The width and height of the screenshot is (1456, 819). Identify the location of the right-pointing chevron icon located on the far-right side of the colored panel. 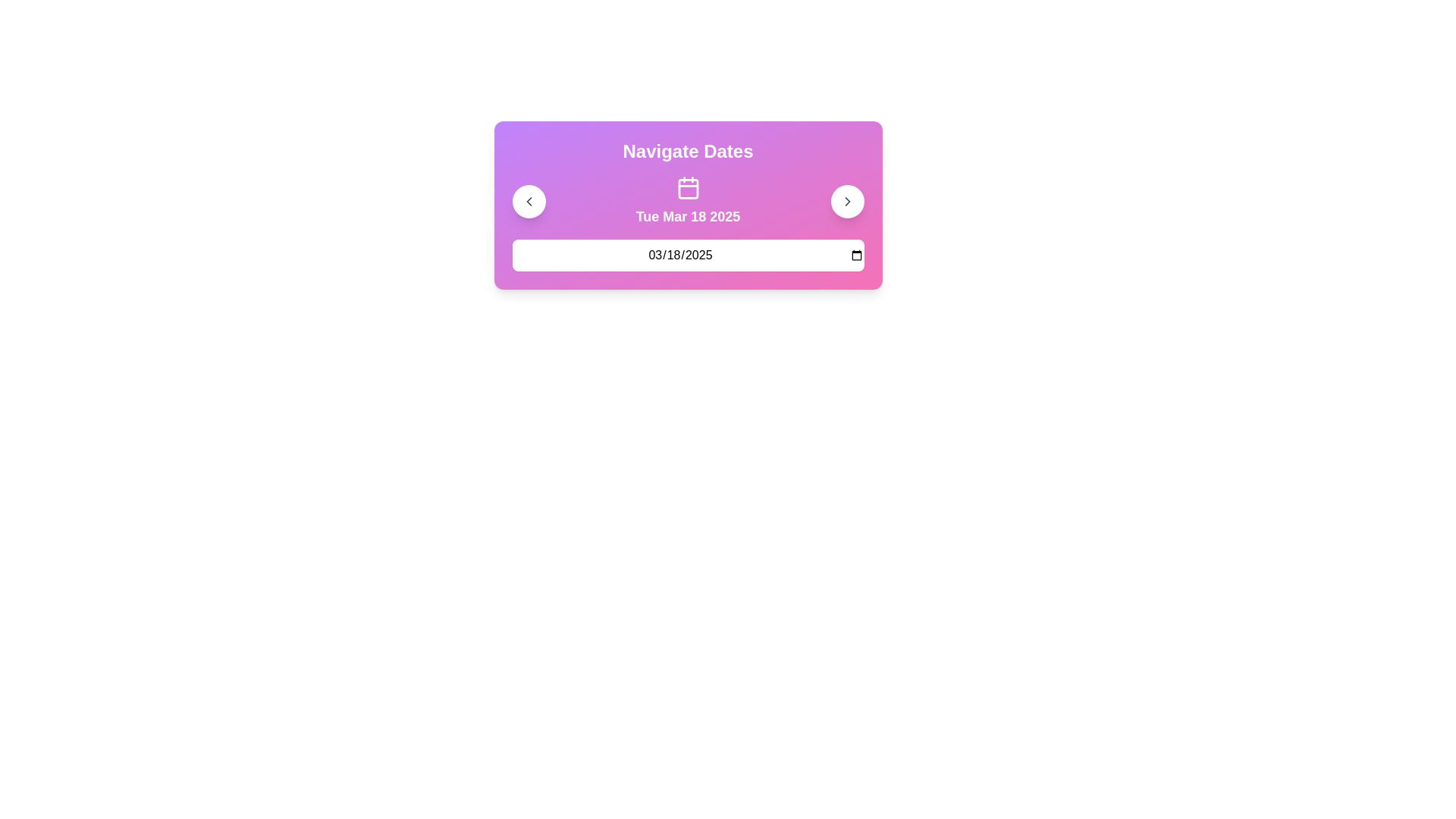
(846, 201).